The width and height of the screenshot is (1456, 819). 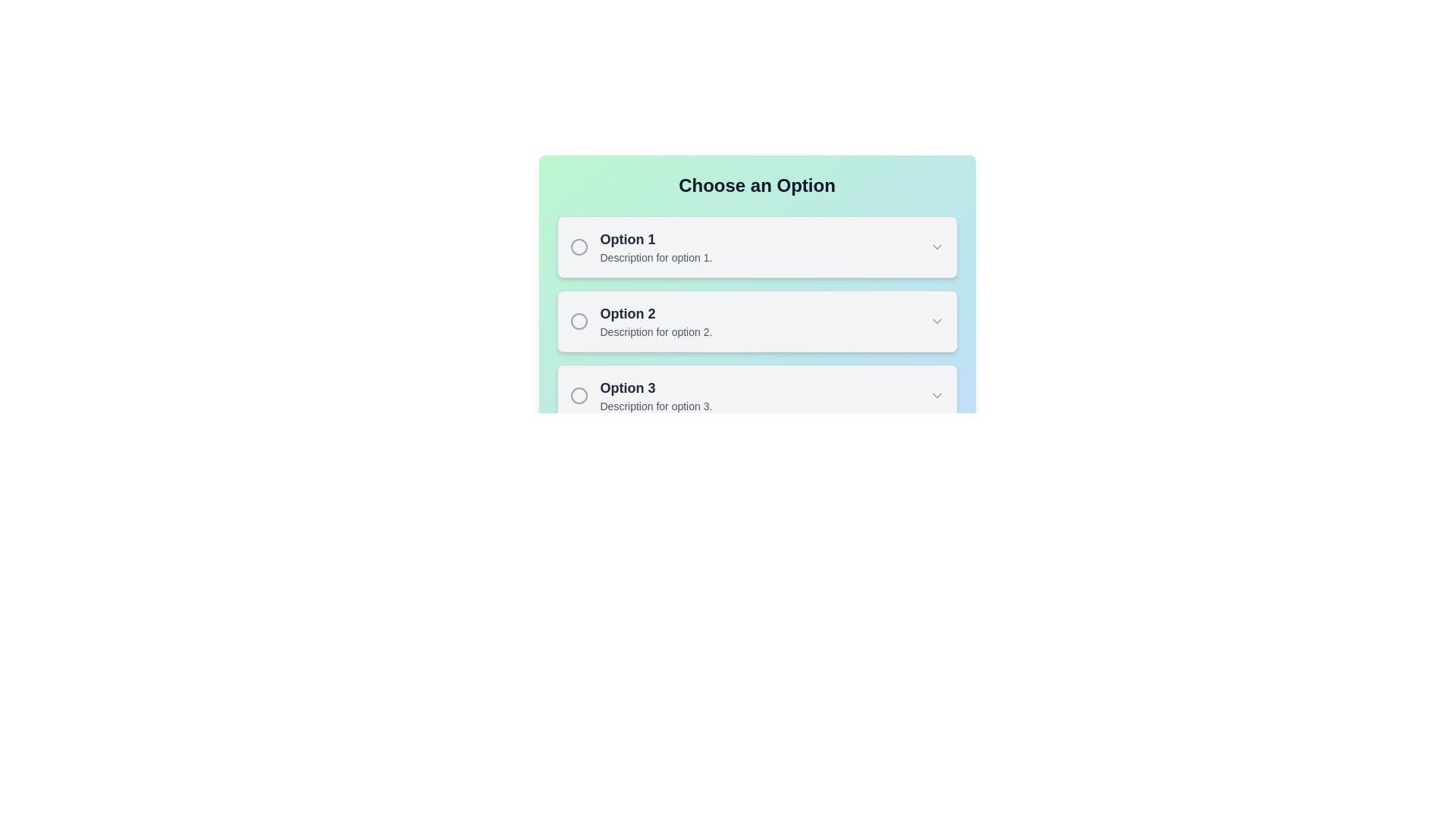 What do you see at coordinates (757, 394) in the screenshot?
I see `the third expandable list item labeled 'Option 3'` at bounding box center [757, 394].